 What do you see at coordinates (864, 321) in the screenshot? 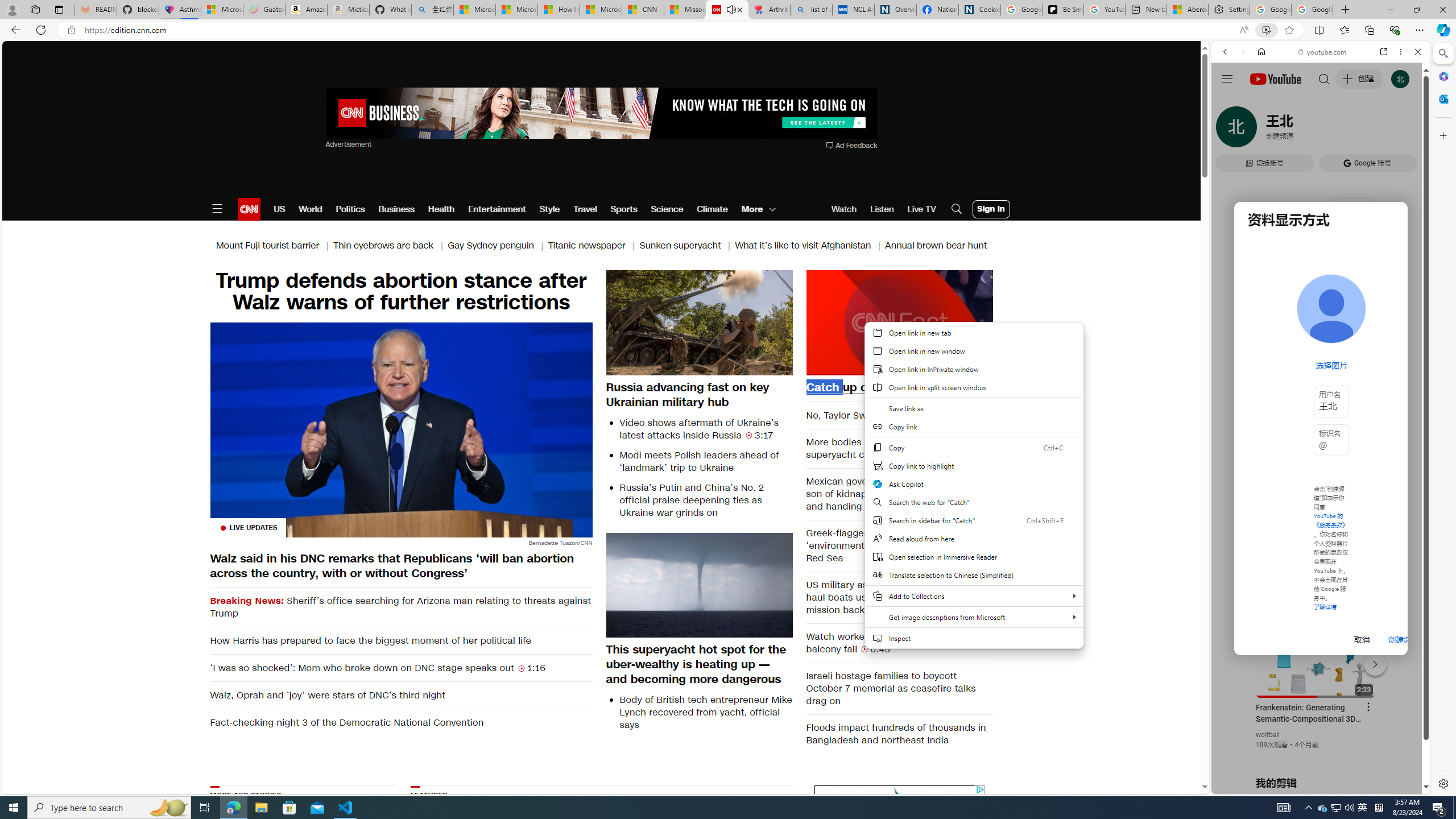
I see `'Backward 10 seconds'` at bounding box center [864, 321].